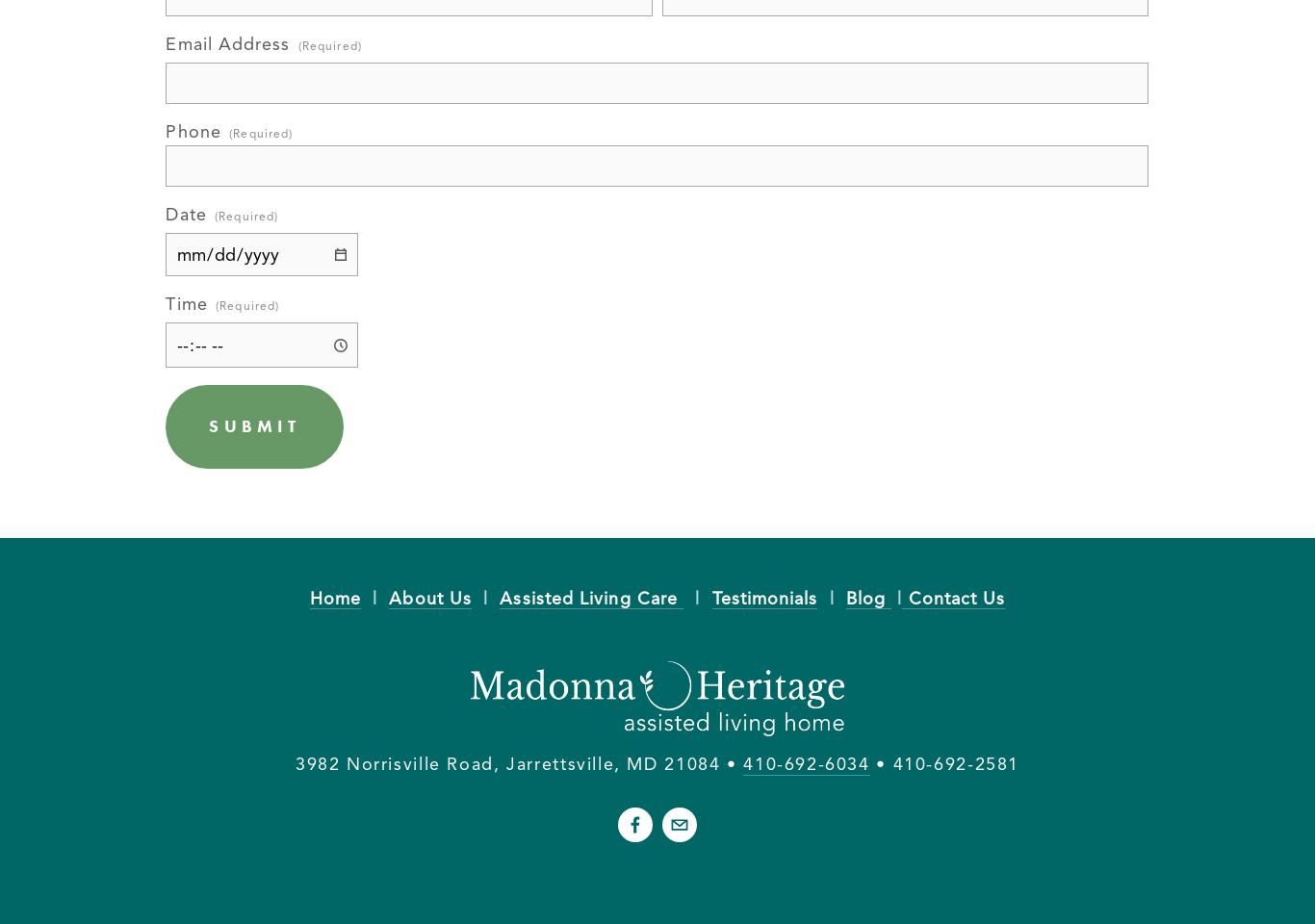  I want to click on 'Blog', so click(866, 596).